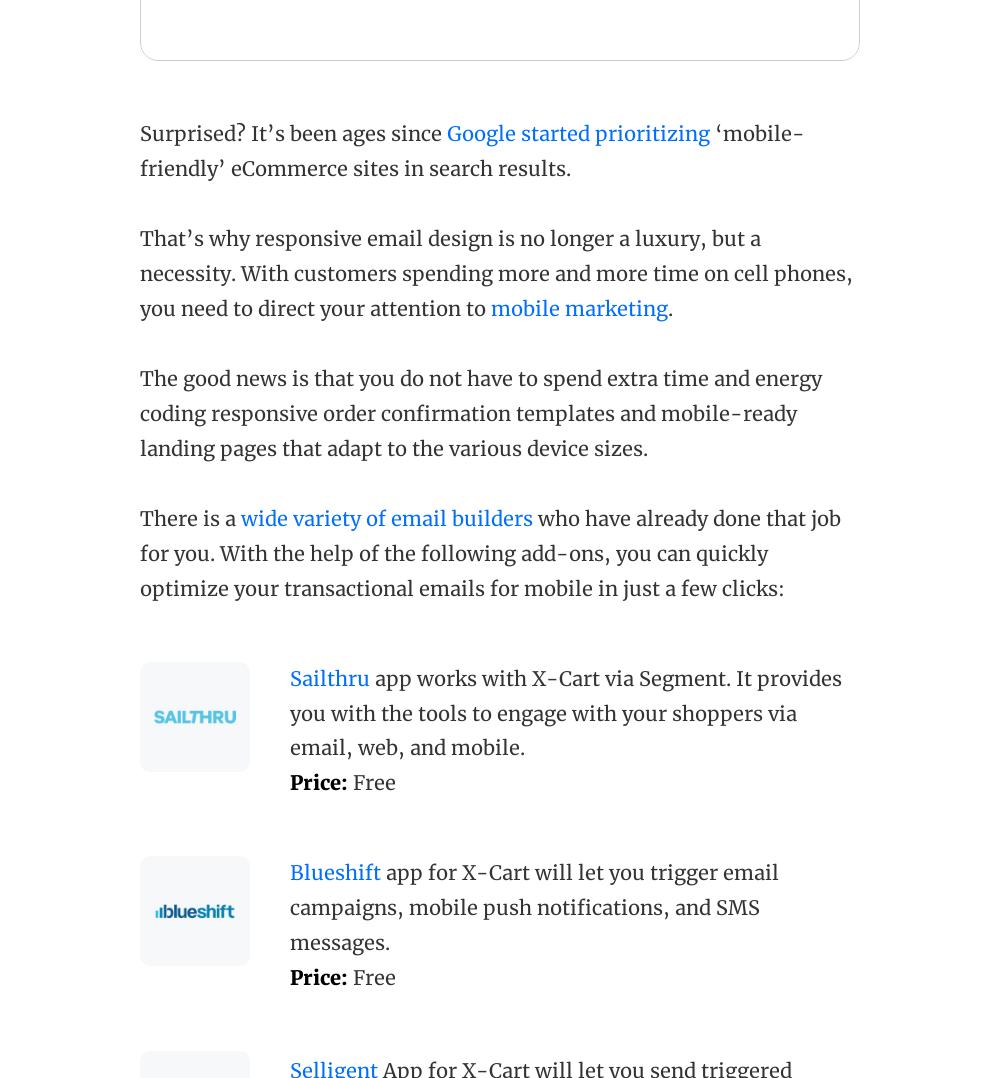 The height and width of the screenshot is (1078, 1000). What do you see at coordinates (140, 517) in the screenshot?
I see `'There is a'` at bounding box center [140, 517].